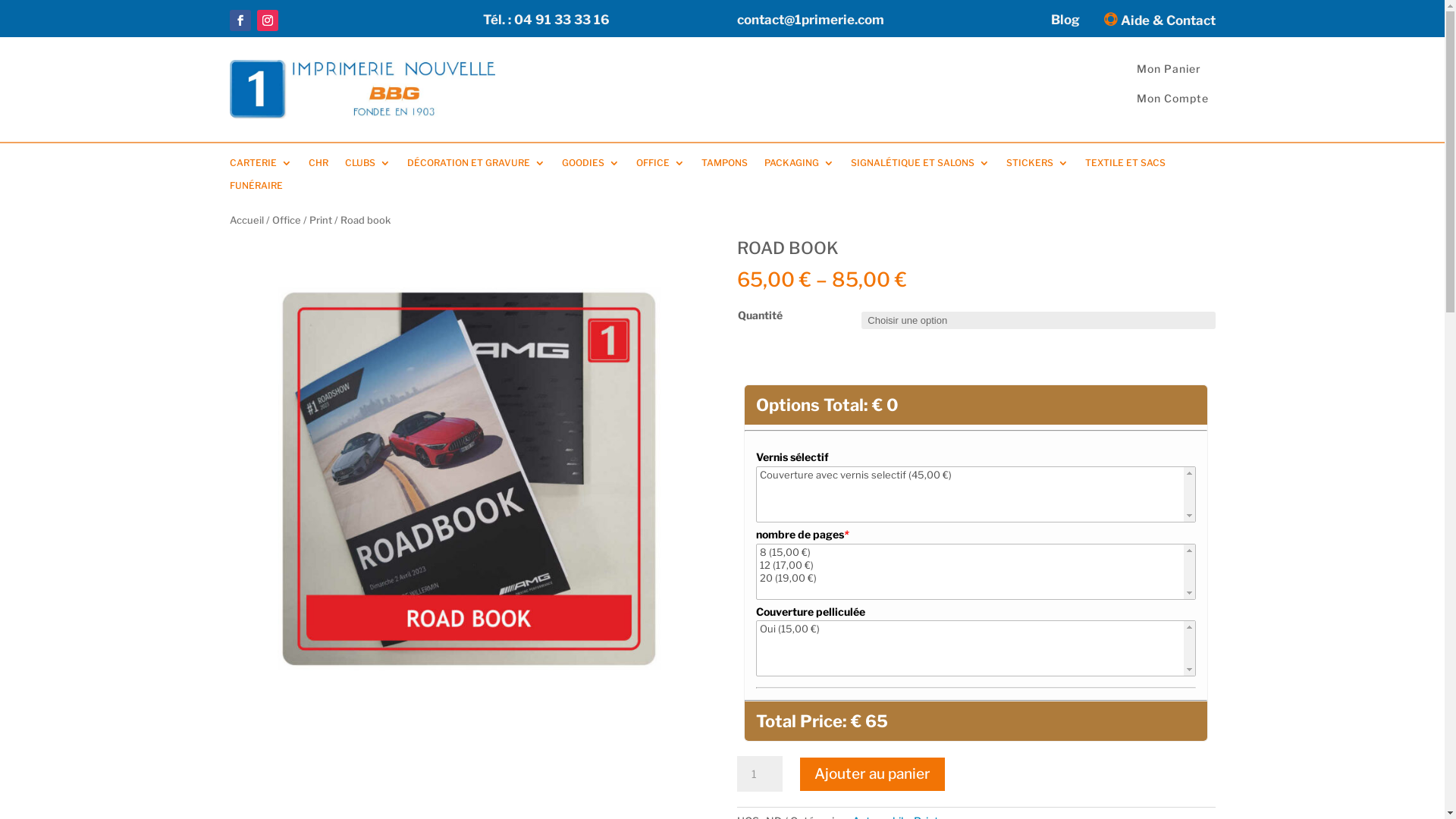 This screenshot has height=819, width=1456. I want to click on 'Suivez sur Facebook', so click(239, 20).